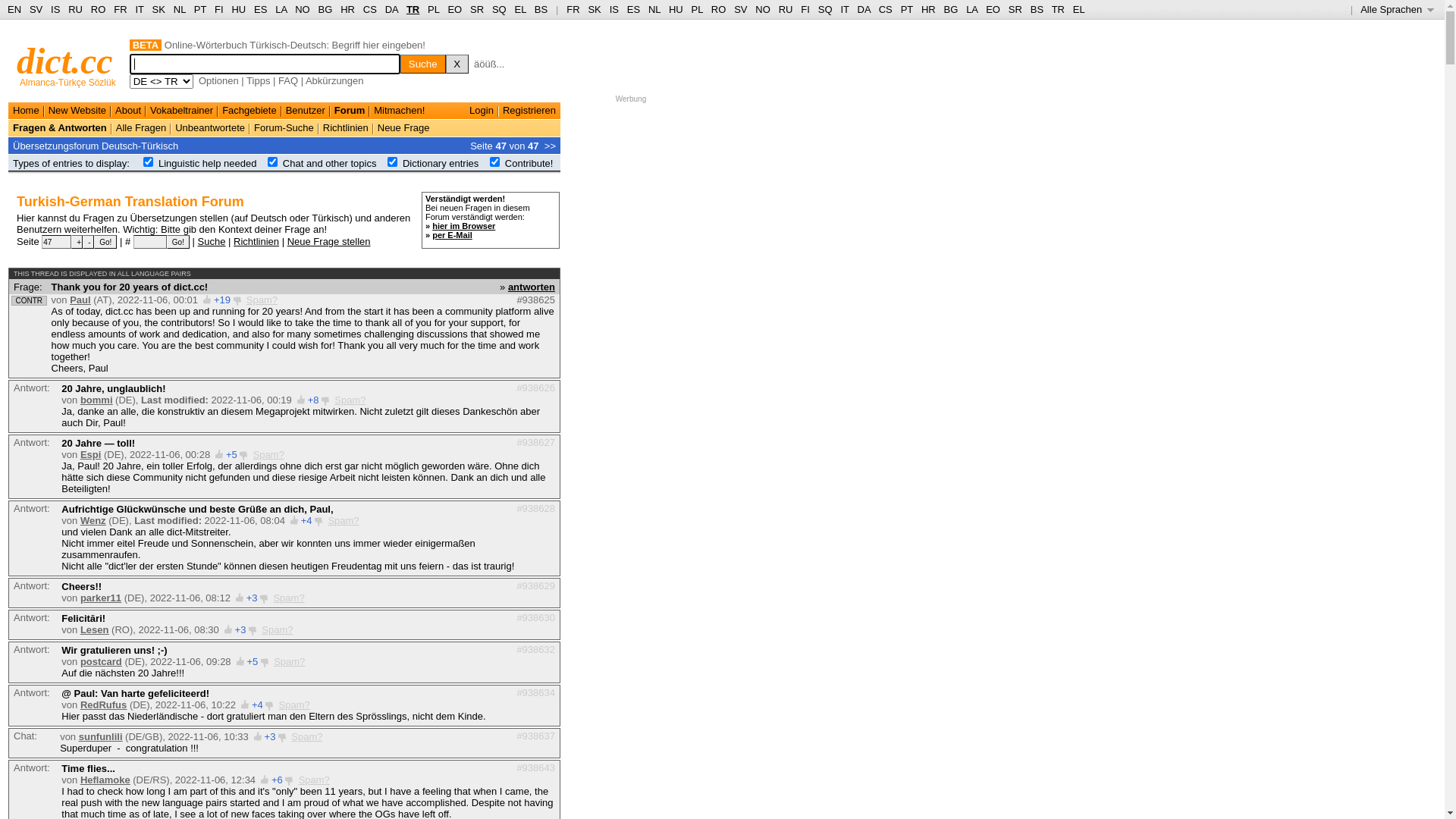  Describe the element at coordinates (141, 127) in the screenshot. I see `'Alle Fragen'` at that location.